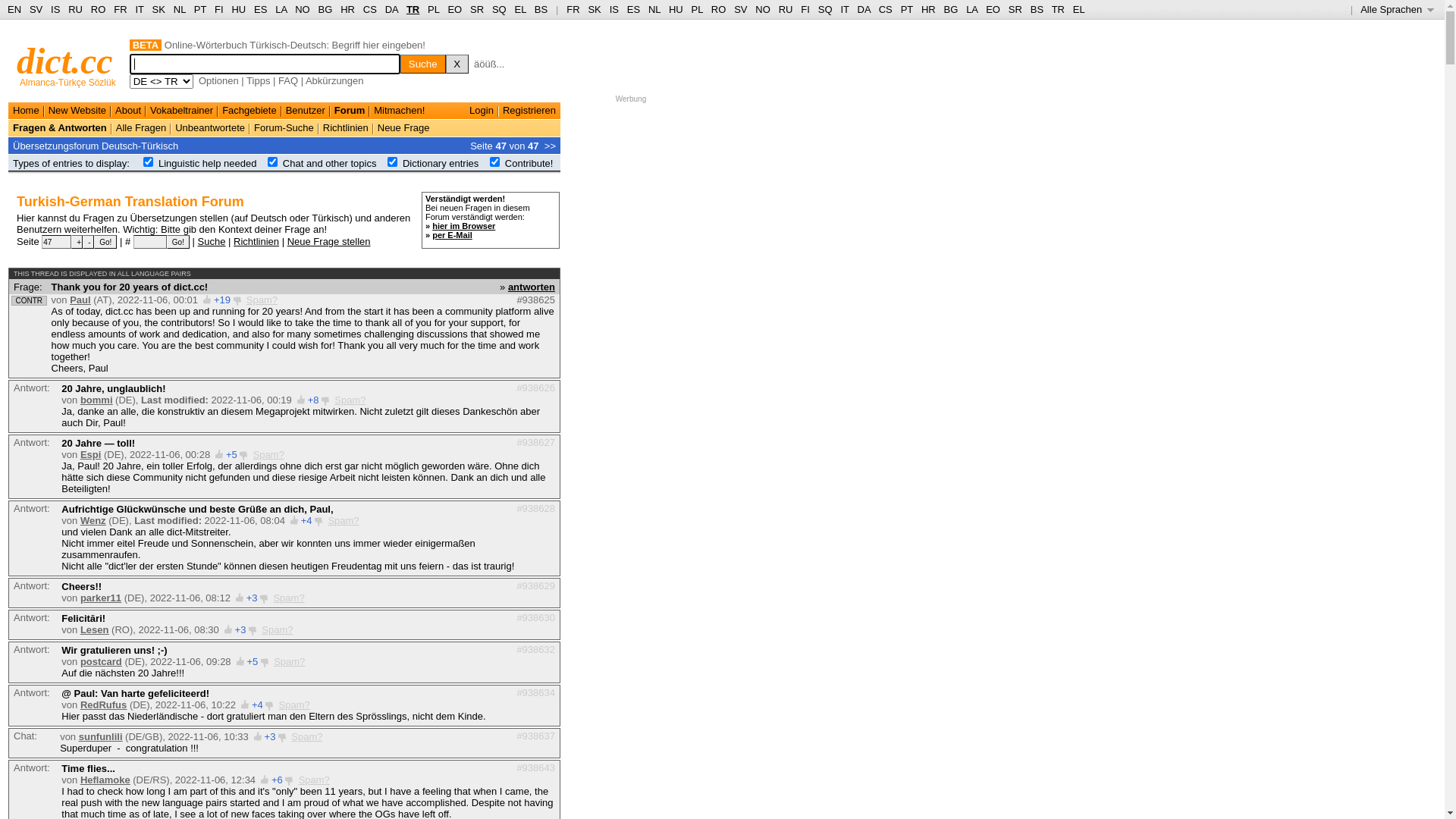  Describe the element at coordinates (141, 127) in the screenshot. I see `'Alle Fragen'` at that location.